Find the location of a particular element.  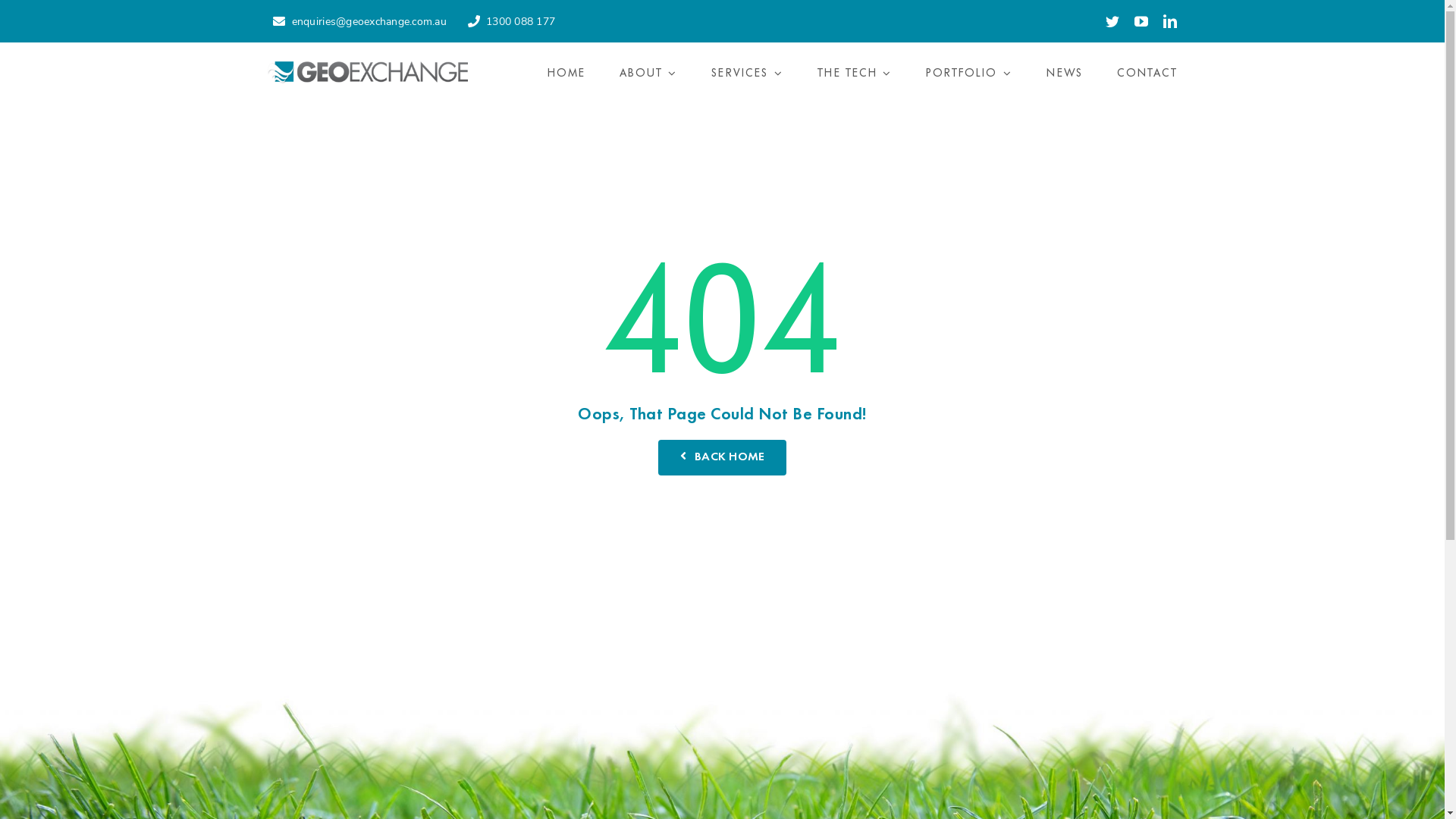

'PORTFOLIO' is located at coordinates (924, 73).